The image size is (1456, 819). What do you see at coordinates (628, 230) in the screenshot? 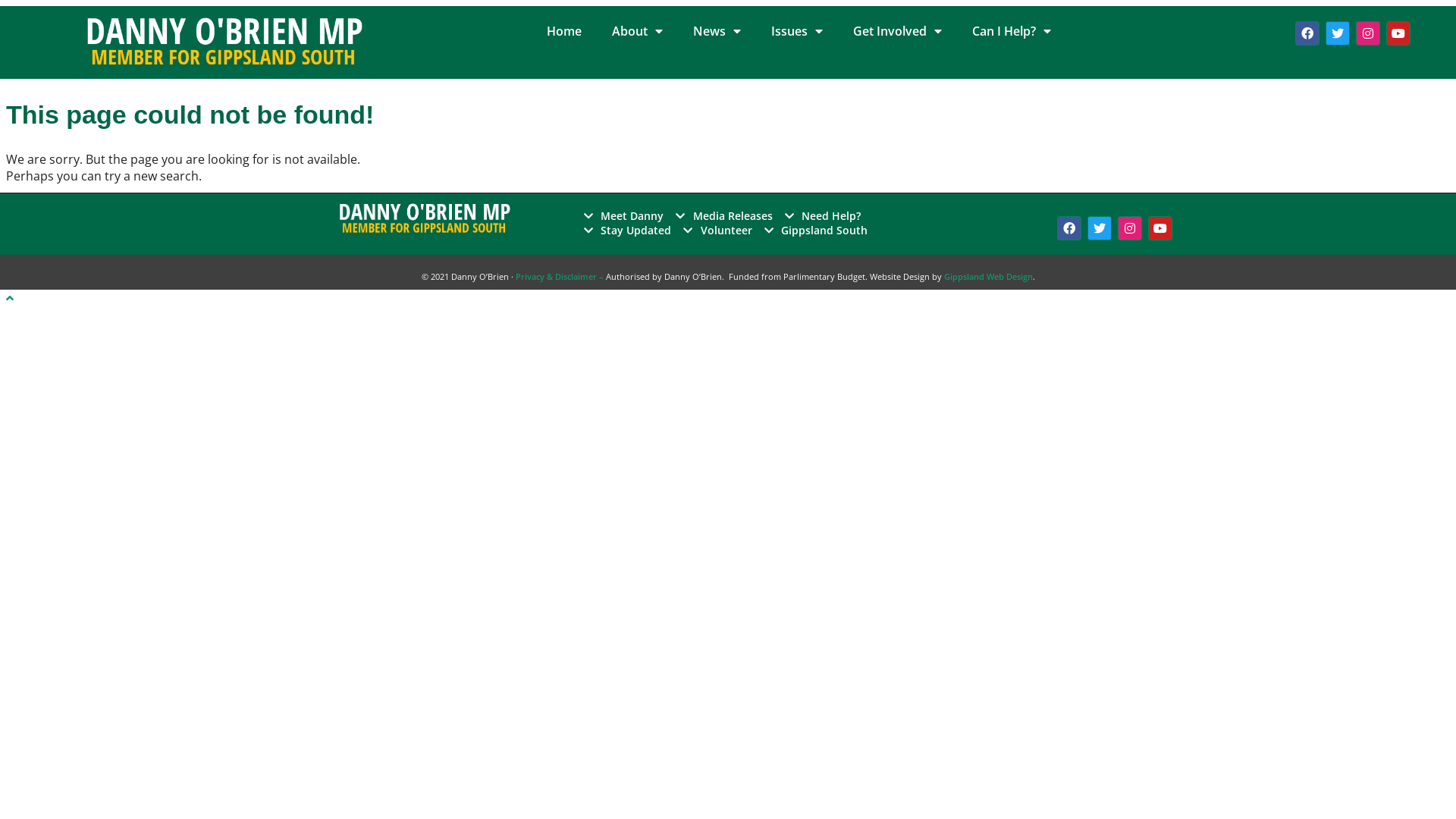
I see `'Stay Updated'` at bounding box center [628, 230].